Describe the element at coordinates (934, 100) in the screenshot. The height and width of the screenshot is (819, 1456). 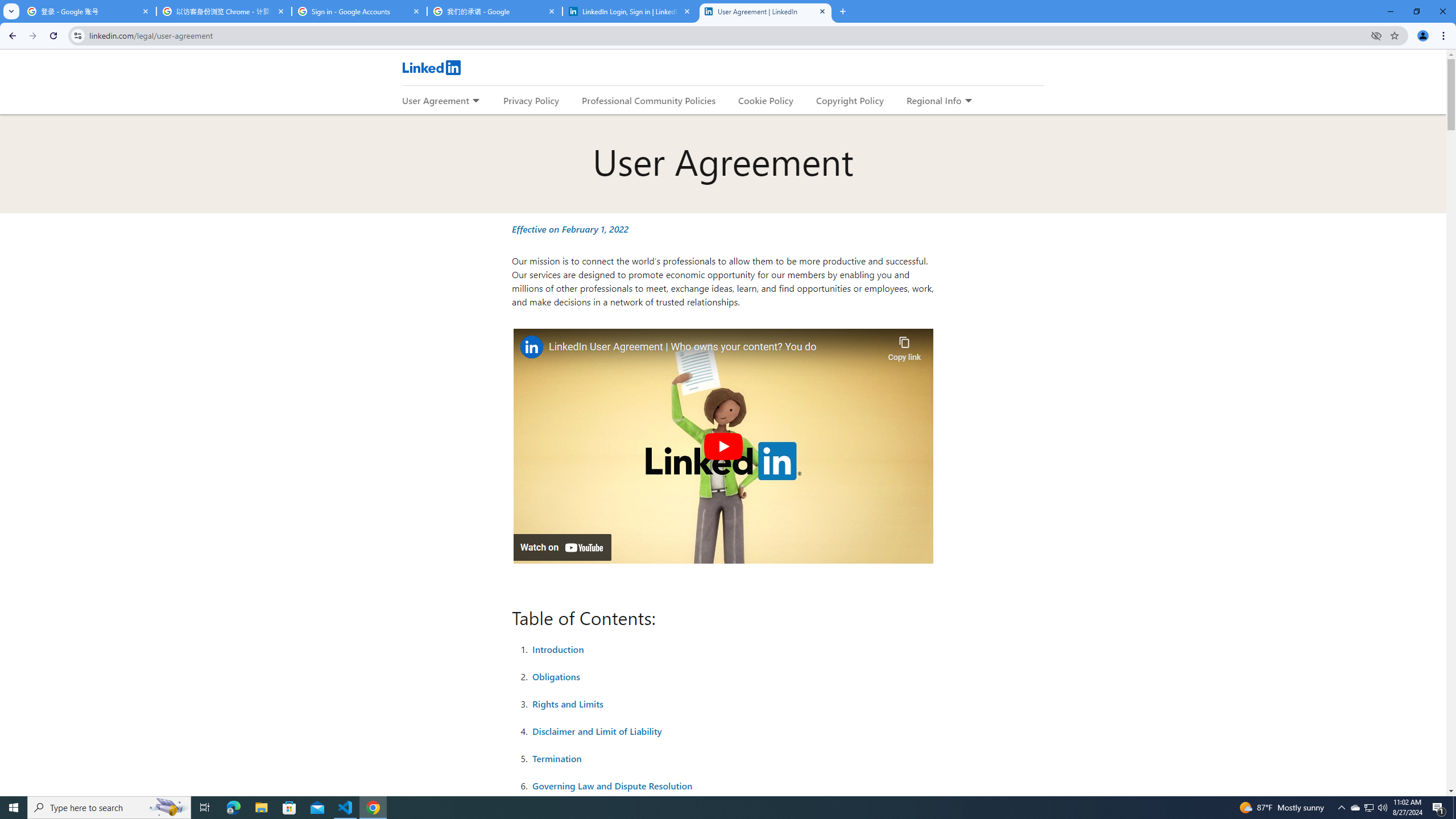
I see `'Regional Info'` at that location.